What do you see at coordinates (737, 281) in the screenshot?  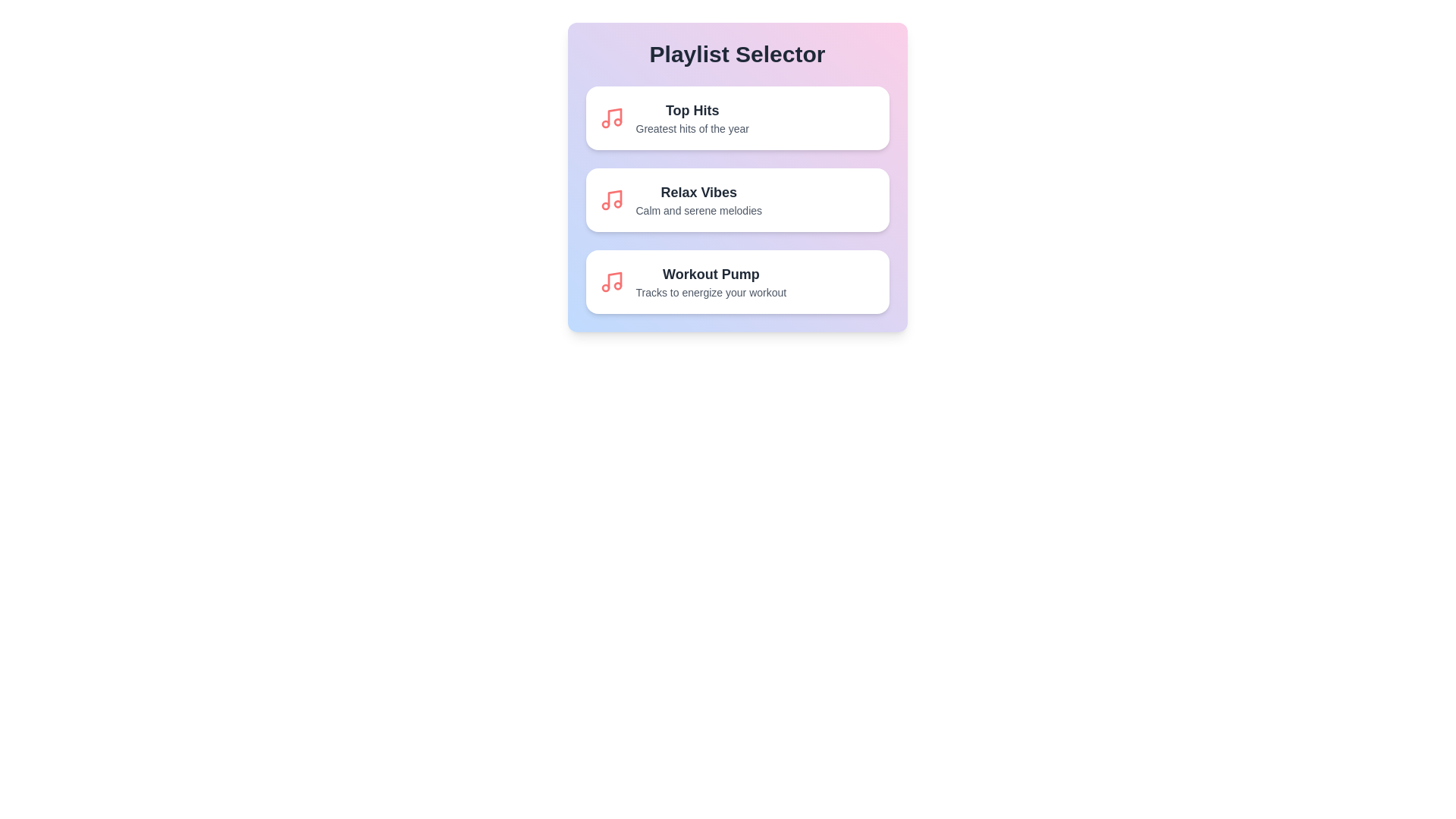 I see `the playlist Workout Pump by clicking on its list item` at bounding box center [737, 281].